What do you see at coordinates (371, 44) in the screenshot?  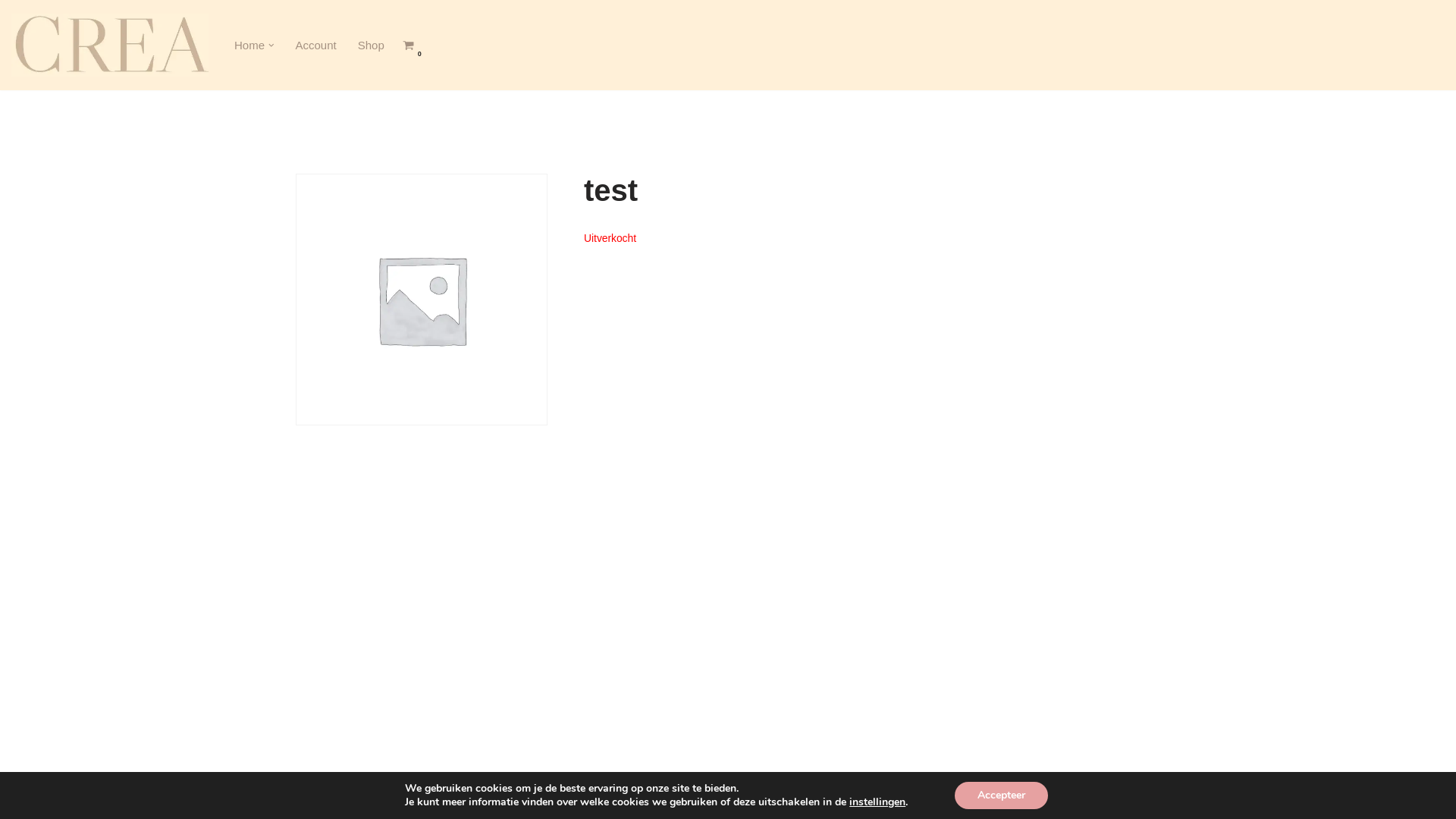 I see `'Shop'` at bounding box center [371, 44].